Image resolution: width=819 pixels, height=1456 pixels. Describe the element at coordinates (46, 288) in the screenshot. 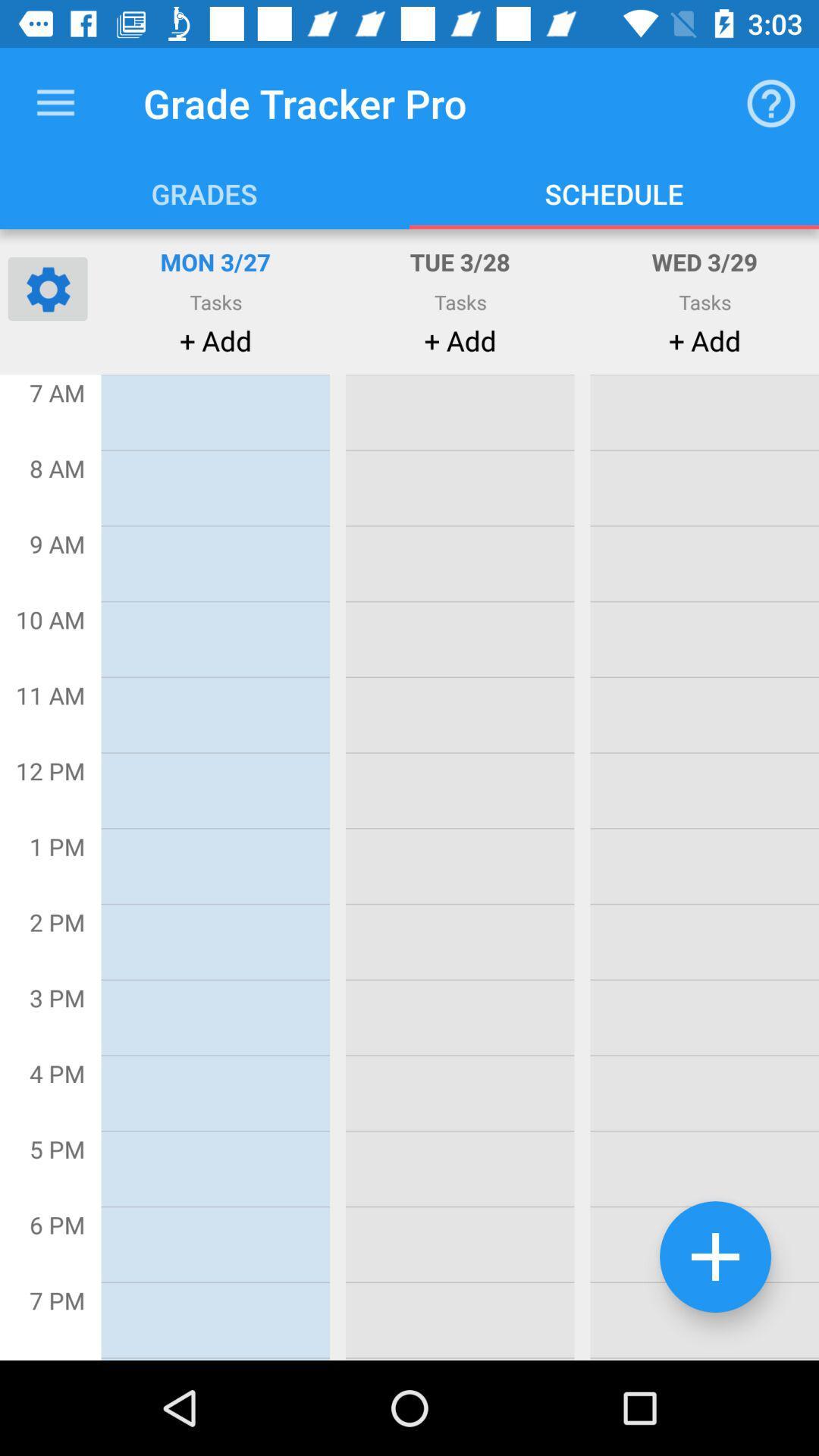

I see `the settings page` at that location.